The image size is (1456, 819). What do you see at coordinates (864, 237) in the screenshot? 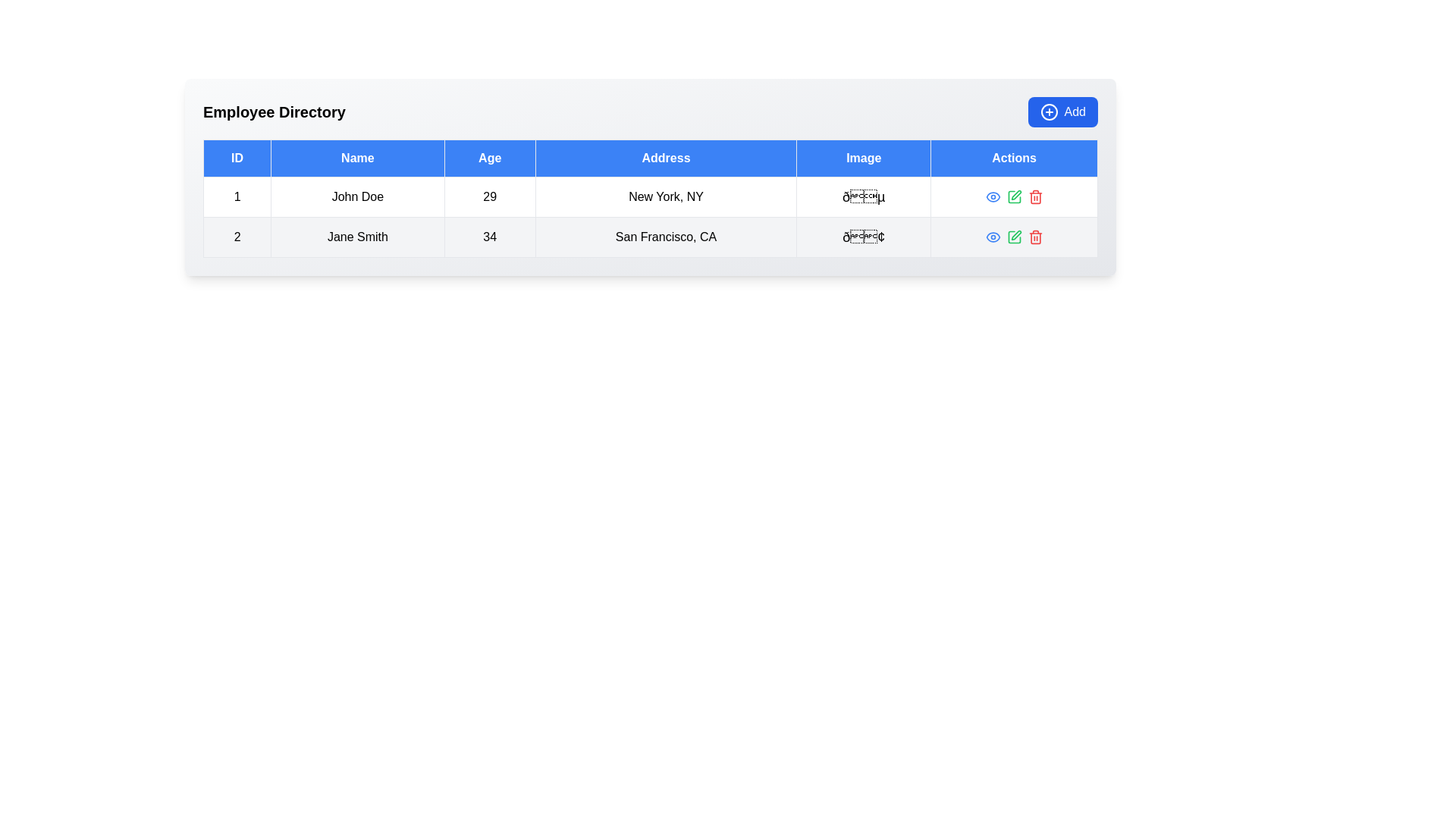
I see `the visual icon associated with 'Jane Smith' in the second row of the table under the 'Image' column` at bounding box center [864, 237].